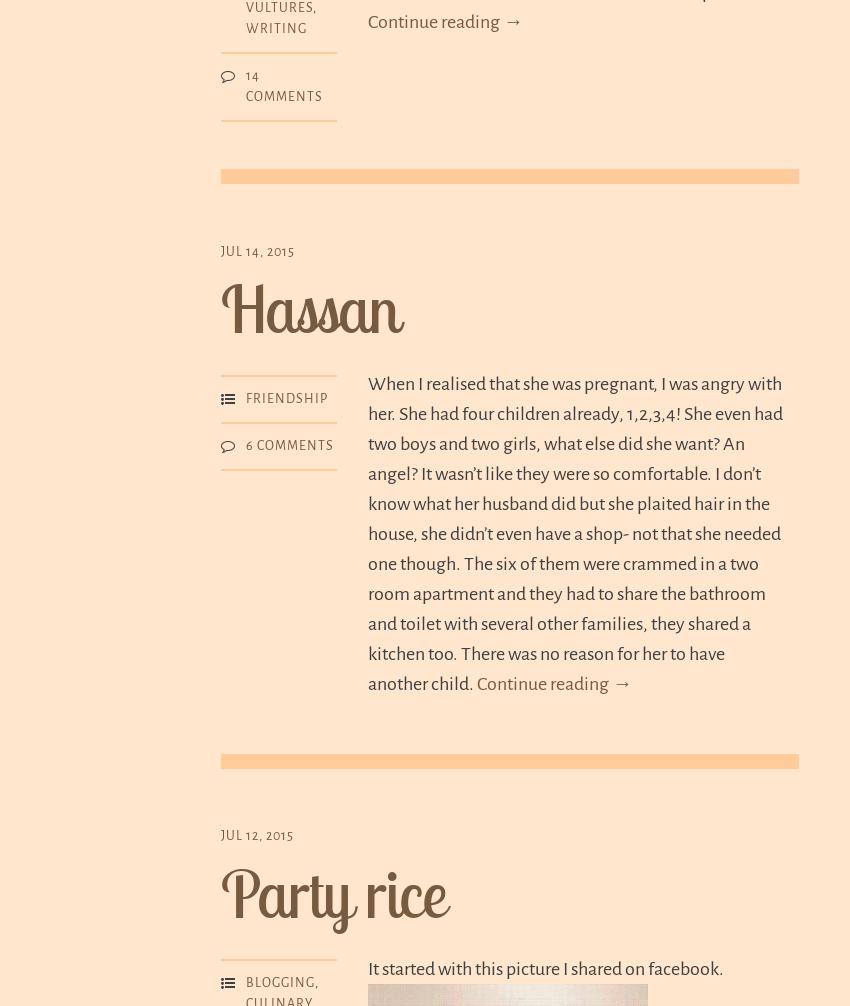 The width and height of the screenshot is (850, 1006). Describe the element at coordinates (309, 308) in the screenshot. I see `'Hassan'` at that location.